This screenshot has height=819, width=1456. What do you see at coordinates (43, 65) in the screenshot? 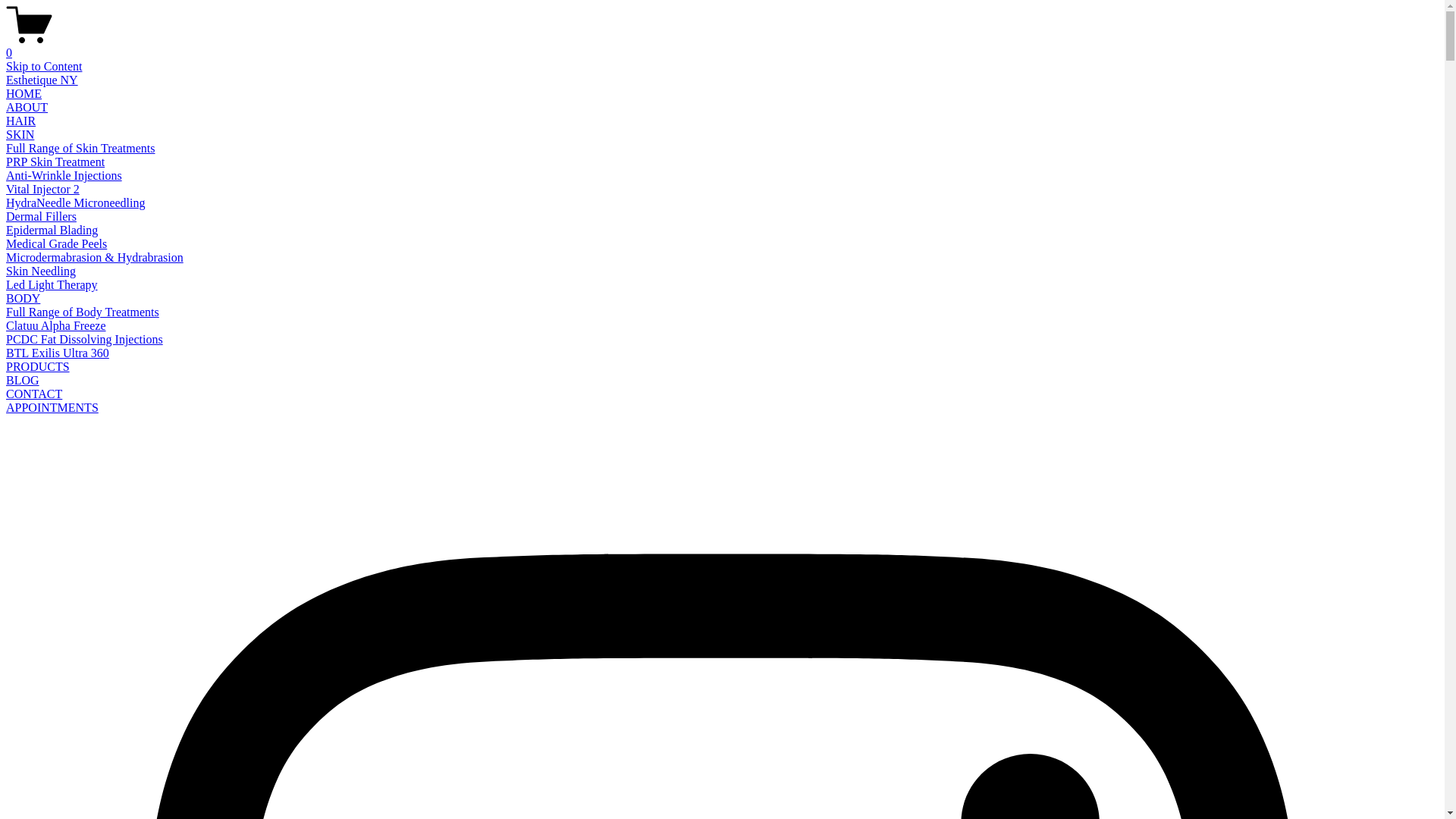
I see `'Skip to Content'` at bounding box center [43, 65].